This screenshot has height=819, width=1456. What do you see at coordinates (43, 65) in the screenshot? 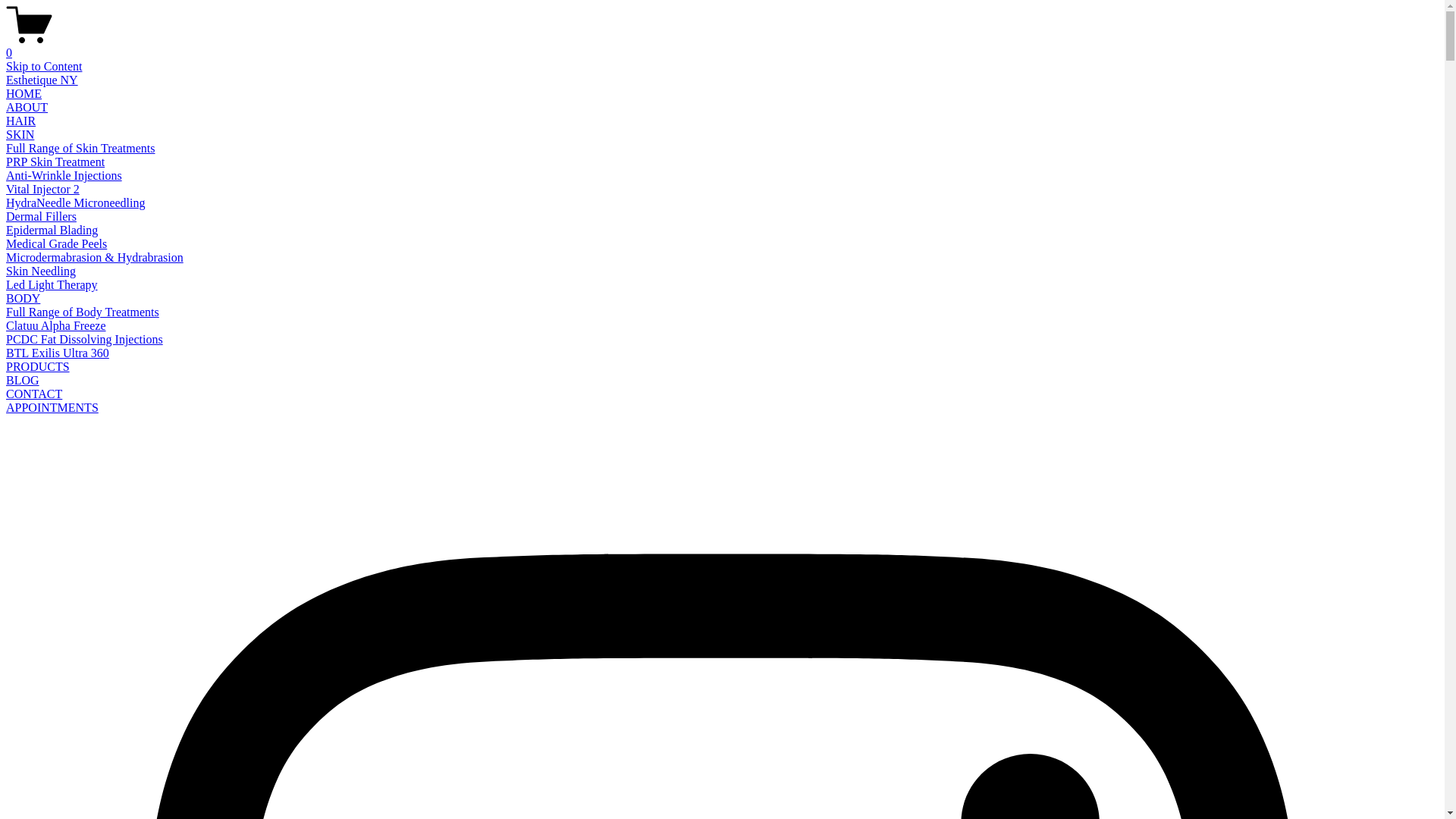
I see `'Skip to Content'` at bounding box center [43, 65].